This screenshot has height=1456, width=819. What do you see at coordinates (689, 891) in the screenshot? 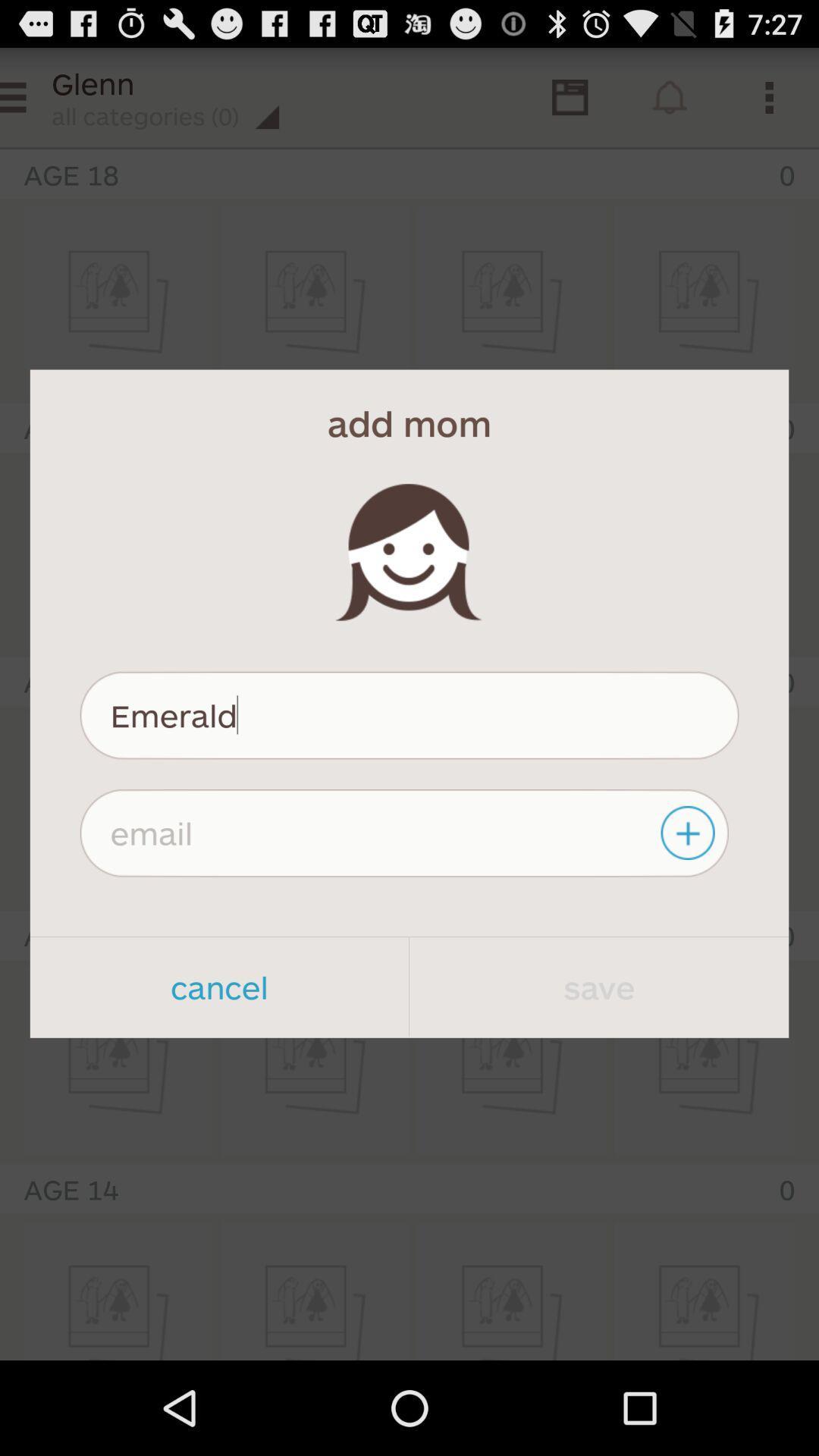
I see `the add icon` at bounding box center [689, 891].